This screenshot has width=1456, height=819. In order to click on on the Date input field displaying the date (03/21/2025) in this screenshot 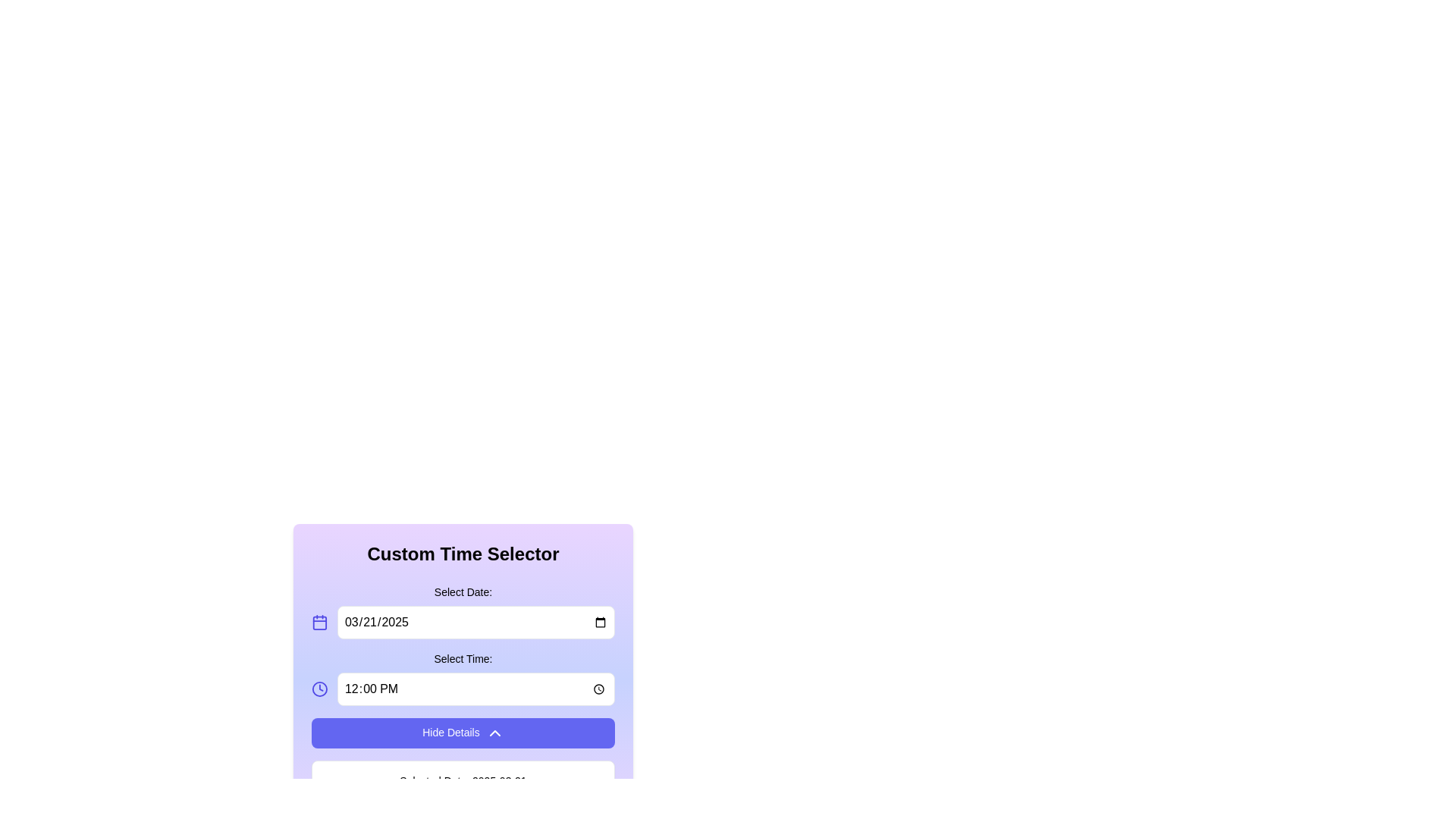, I will do `click(475, 623)`.